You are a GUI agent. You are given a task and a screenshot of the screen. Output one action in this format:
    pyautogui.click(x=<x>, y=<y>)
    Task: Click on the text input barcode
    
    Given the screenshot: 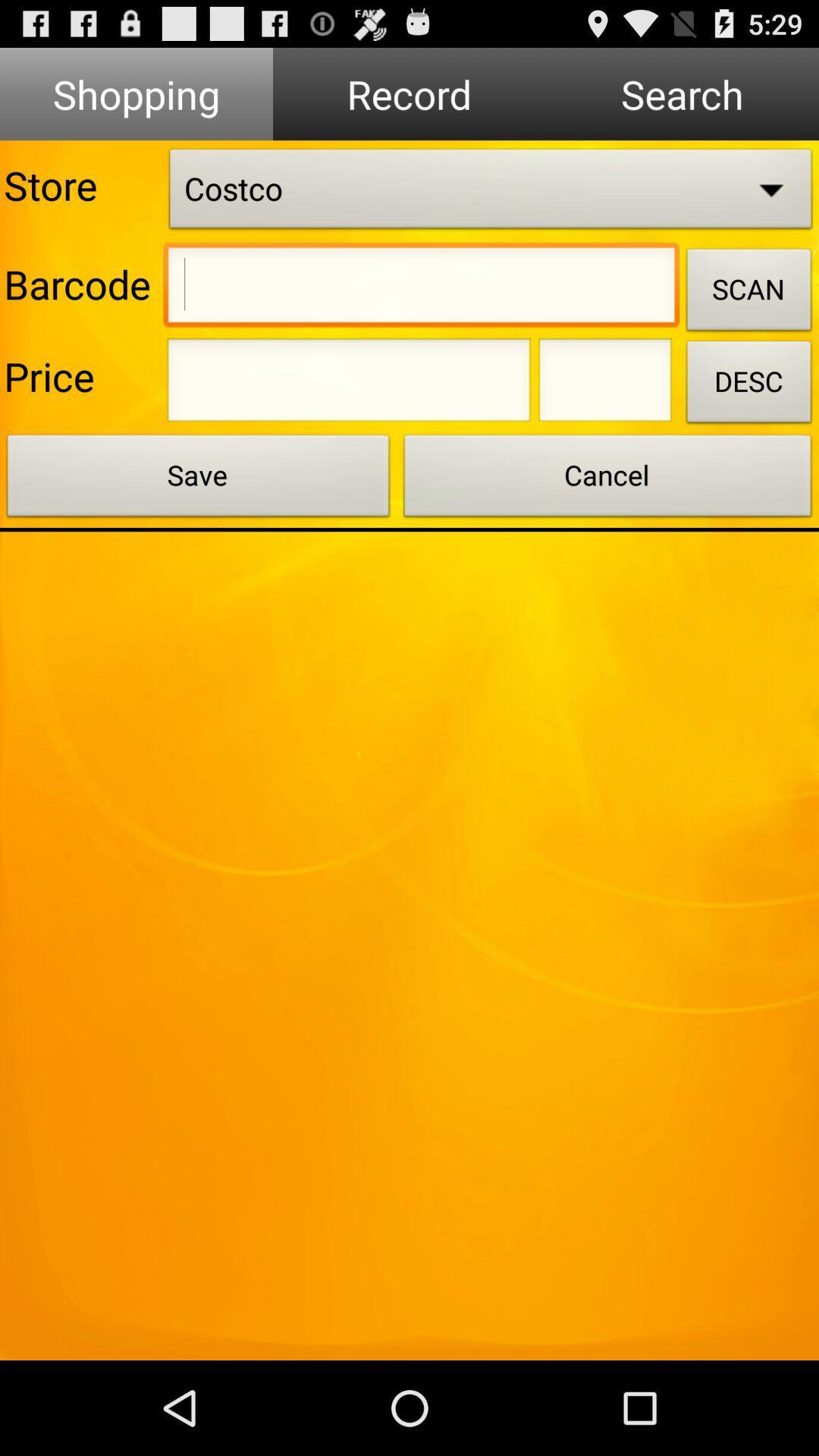 What is the action you would take?
    pyautogui.click(x=421, y=288)
    